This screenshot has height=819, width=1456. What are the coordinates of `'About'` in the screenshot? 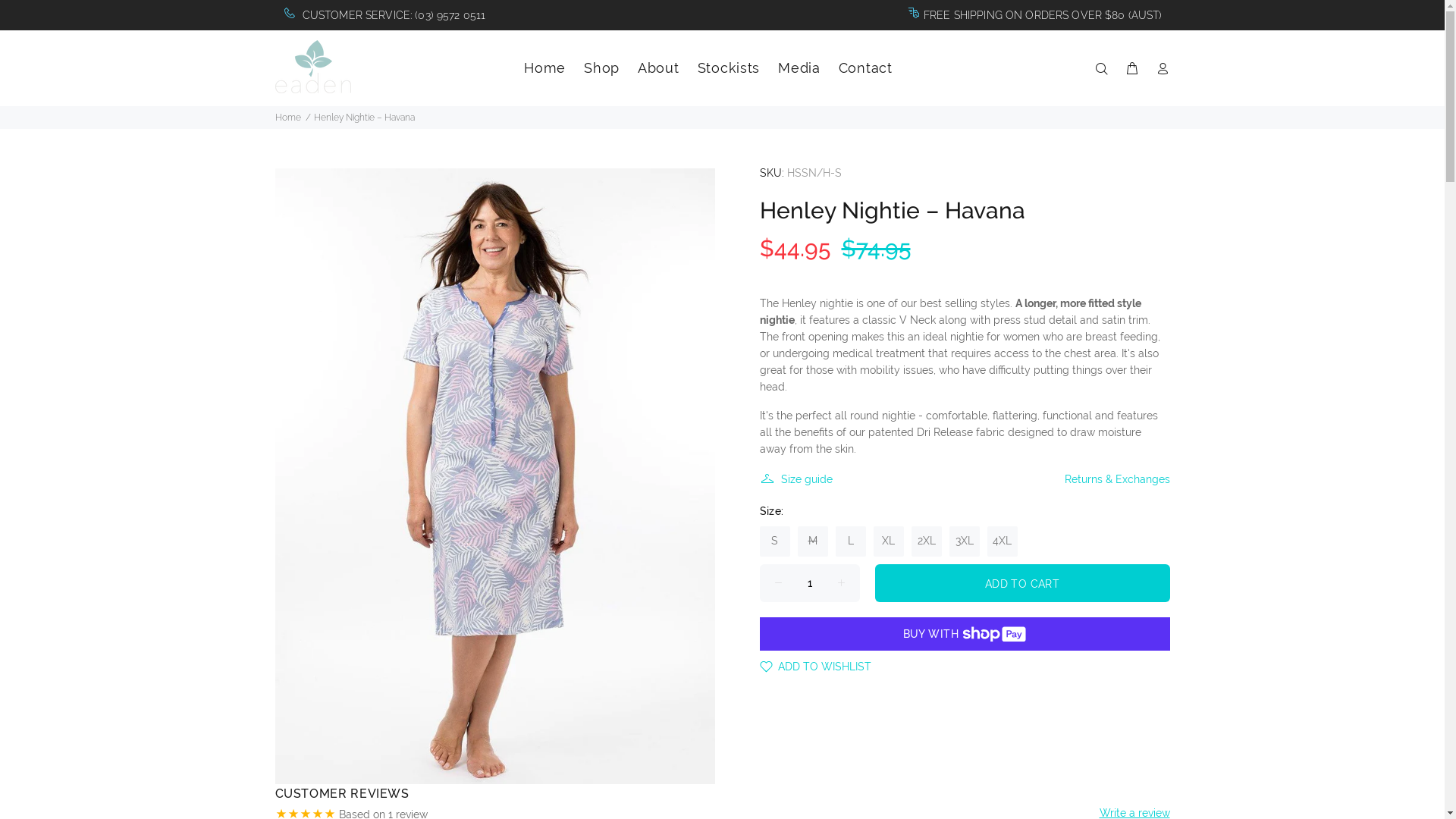 It's located at (643, 67).